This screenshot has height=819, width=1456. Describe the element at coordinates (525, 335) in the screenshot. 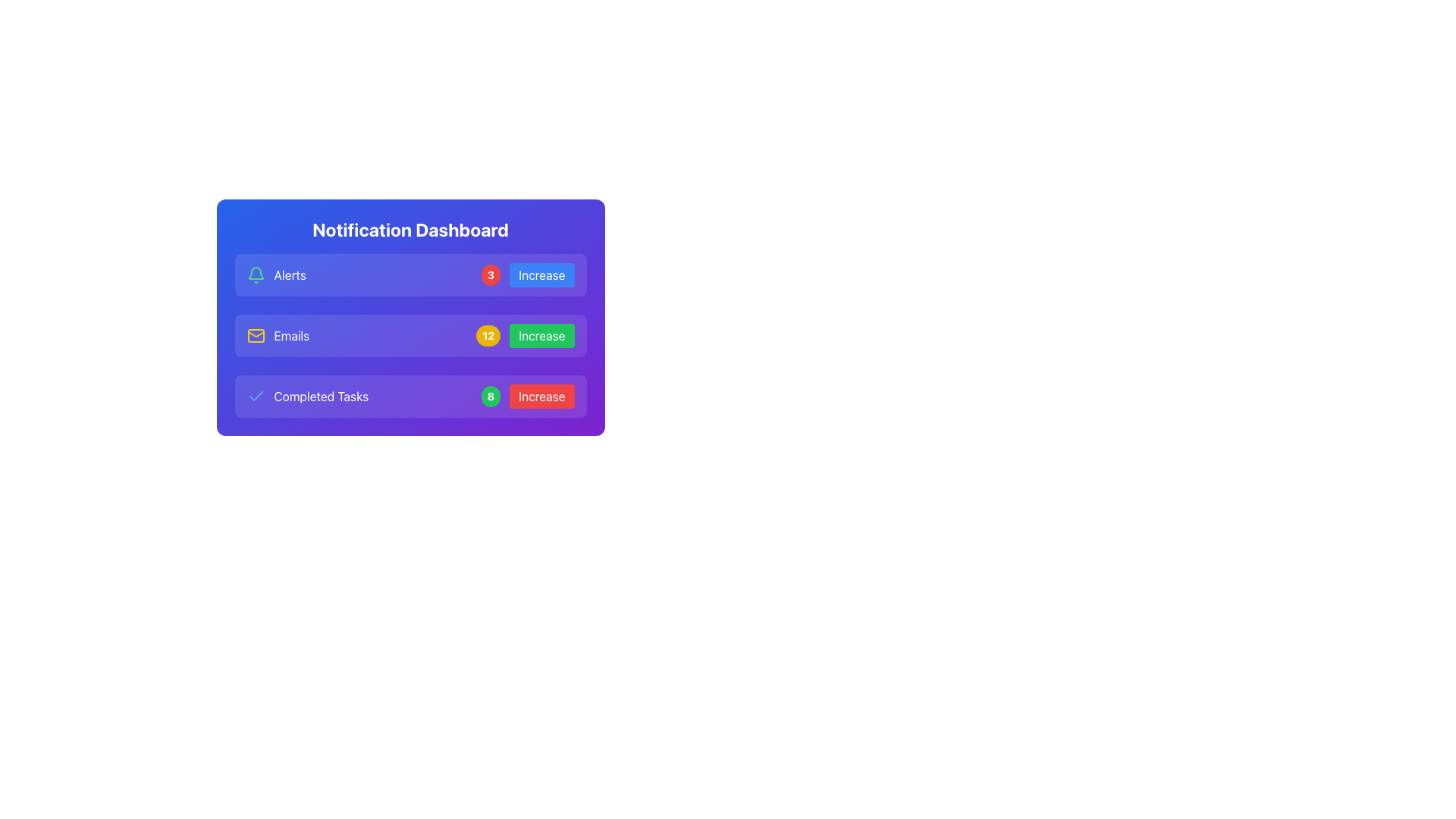

I see `the green rectangular button labeled 'Increase' that is part of the UI component with a yellow circular badge showing the number '12' in the 'Emails' notification row` at that location.